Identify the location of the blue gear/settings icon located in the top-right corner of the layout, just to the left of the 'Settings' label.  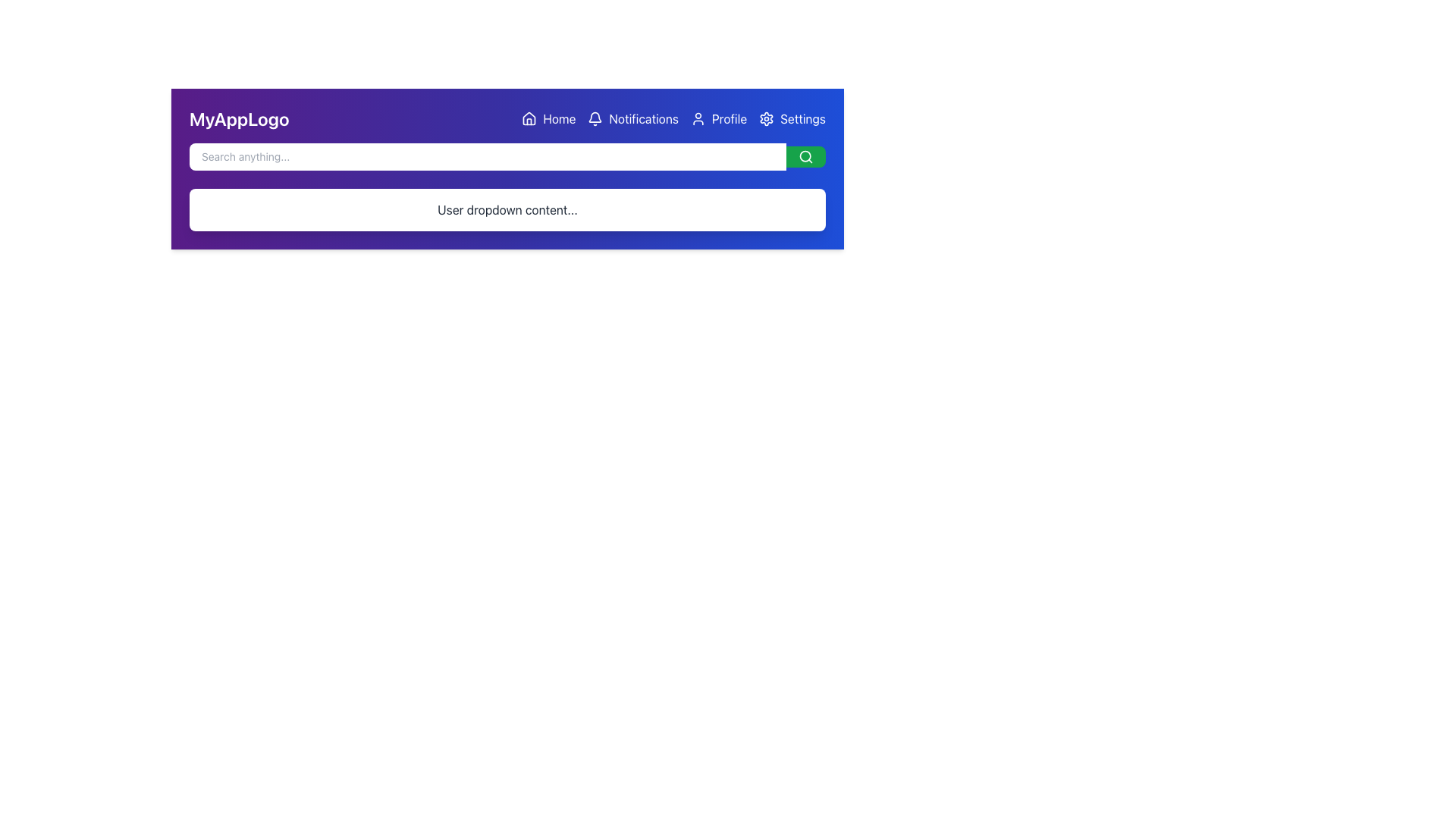
(767, 118).